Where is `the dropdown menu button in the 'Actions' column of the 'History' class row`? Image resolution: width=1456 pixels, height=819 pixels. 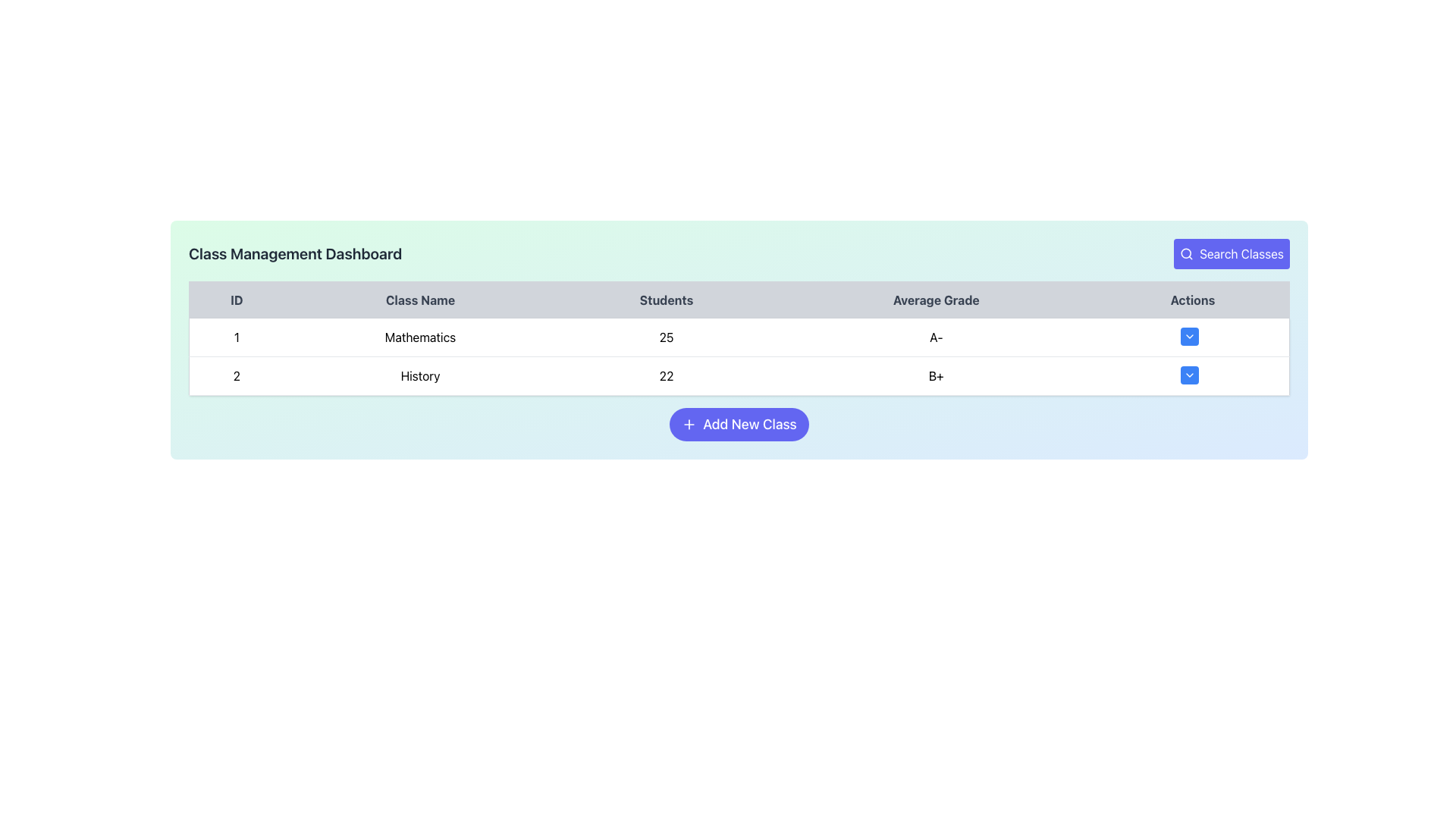 the dropdown menu button in the 'Actions' column of the 'History' class row is located at coordinates (1192, 375).